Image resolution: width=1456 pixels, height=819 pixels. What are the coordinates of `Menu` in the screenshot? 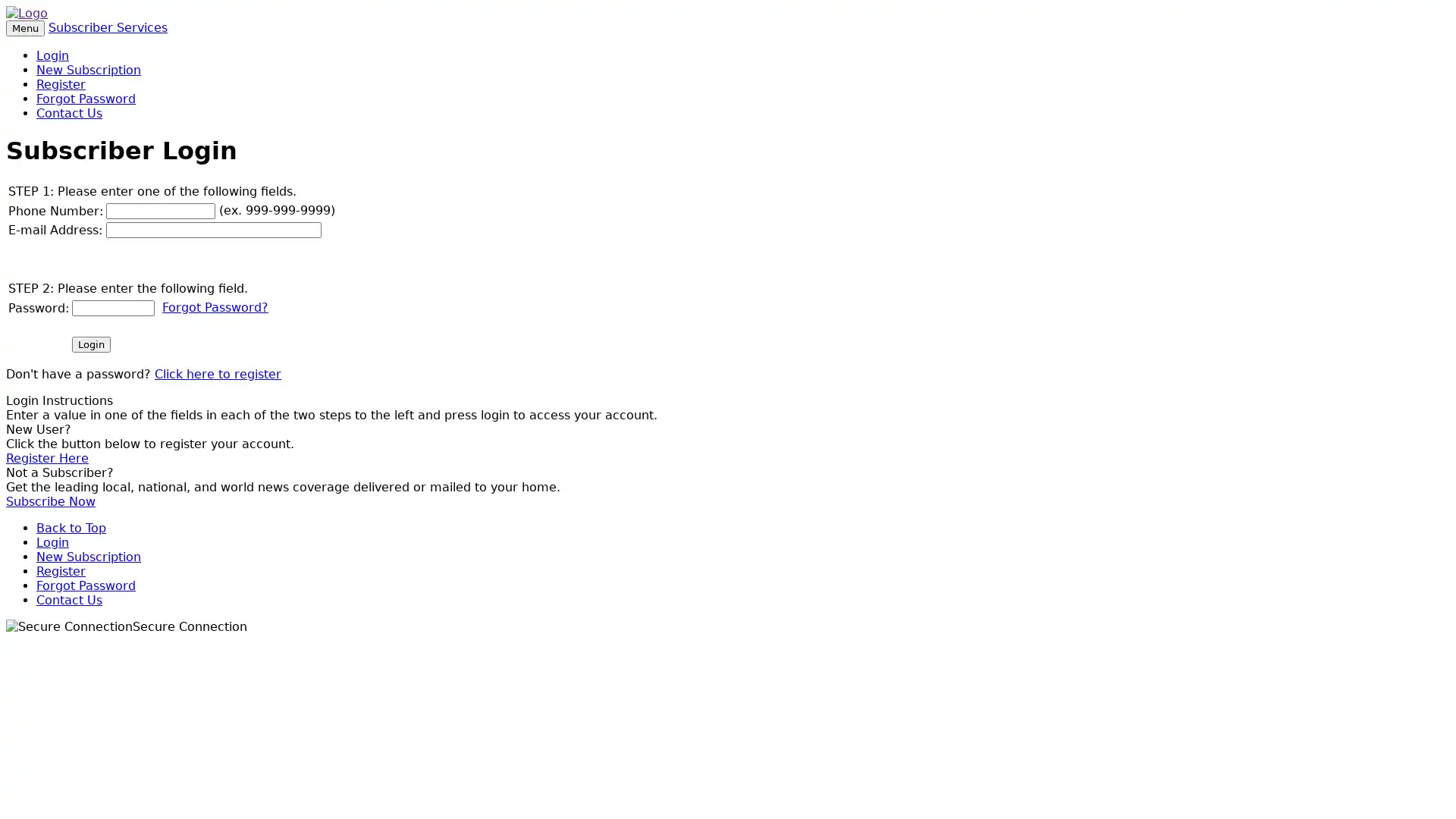 It's located at (25, 28).